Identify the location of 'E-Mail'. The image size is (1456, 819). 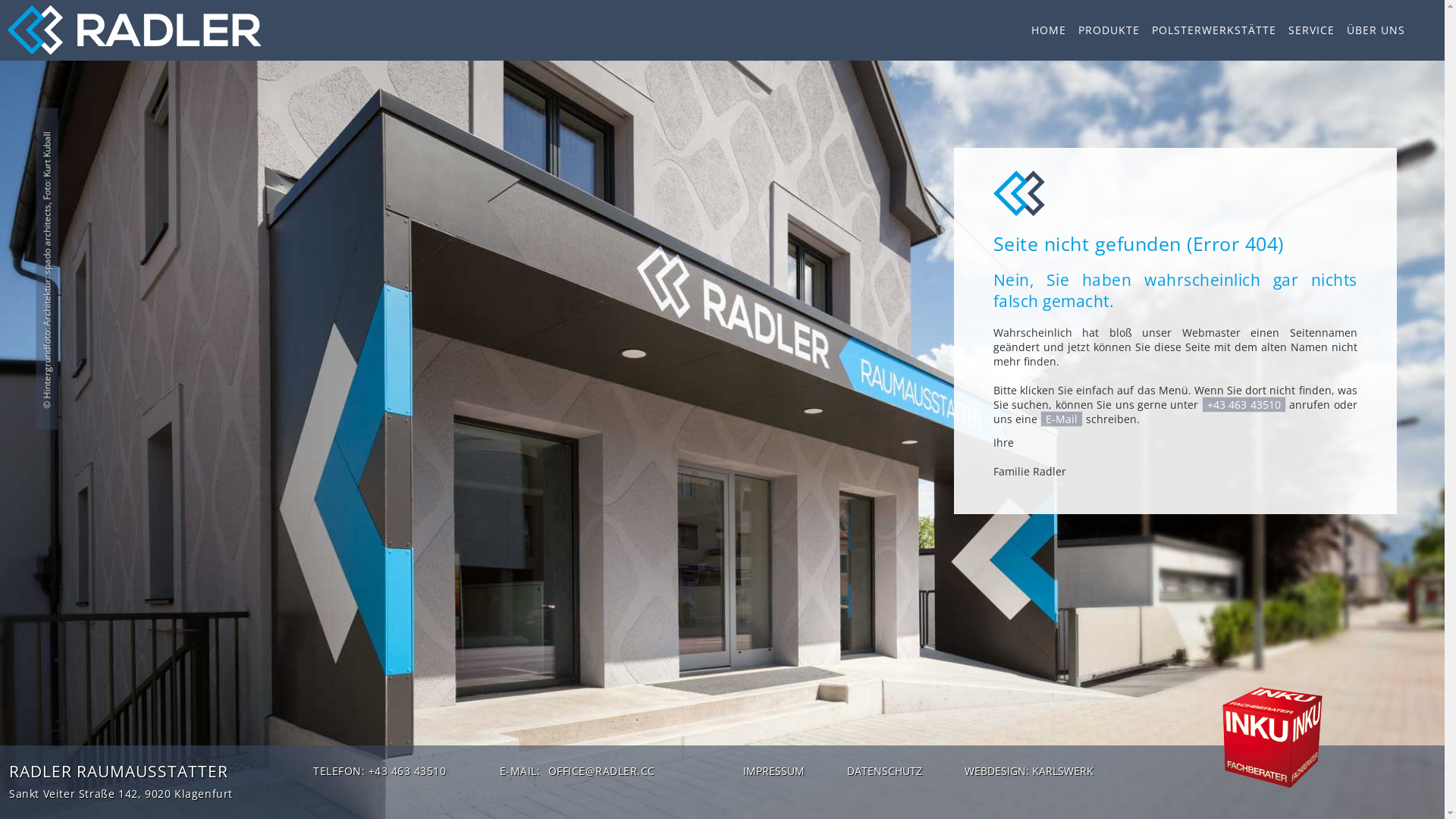
(1061, 419).